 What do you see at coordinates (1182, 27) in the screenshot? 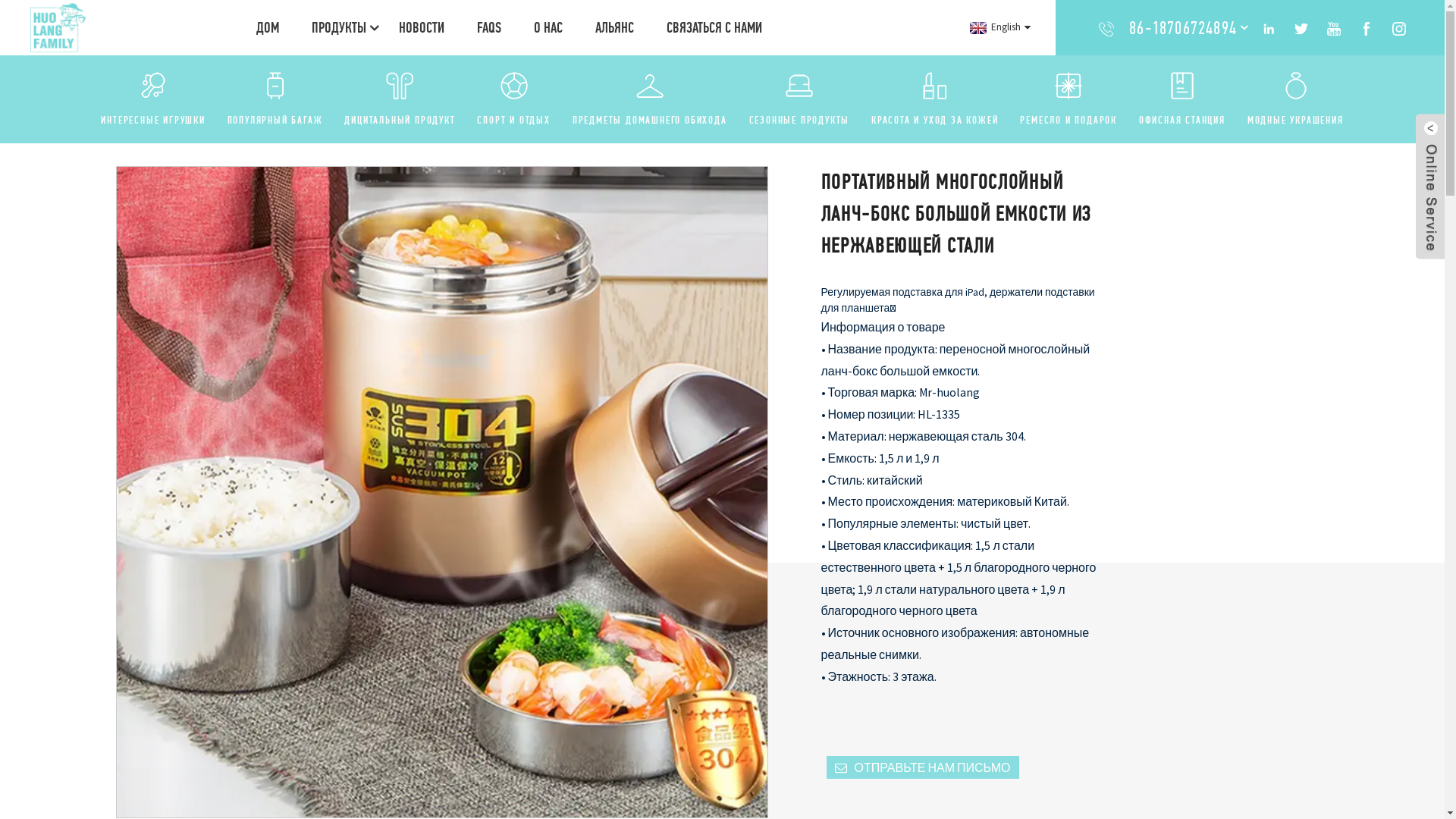
I see `'86-18706724894'` at bounding box center [1182, 27].